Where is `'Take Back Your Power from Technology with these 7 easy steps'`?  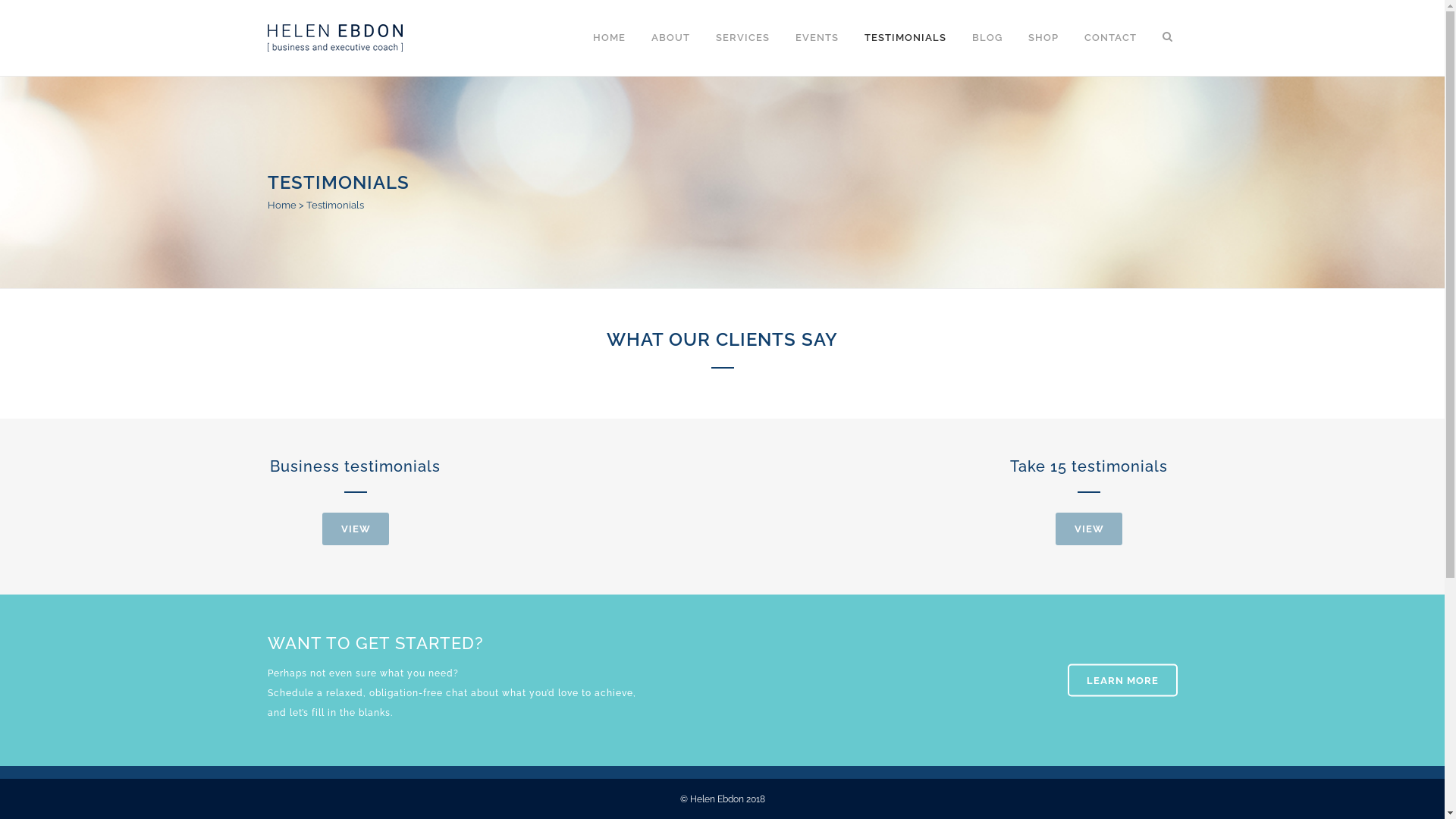
'Take Back Your Power from Technology with these 7 easy steps' is located at coordinates (611, 635).